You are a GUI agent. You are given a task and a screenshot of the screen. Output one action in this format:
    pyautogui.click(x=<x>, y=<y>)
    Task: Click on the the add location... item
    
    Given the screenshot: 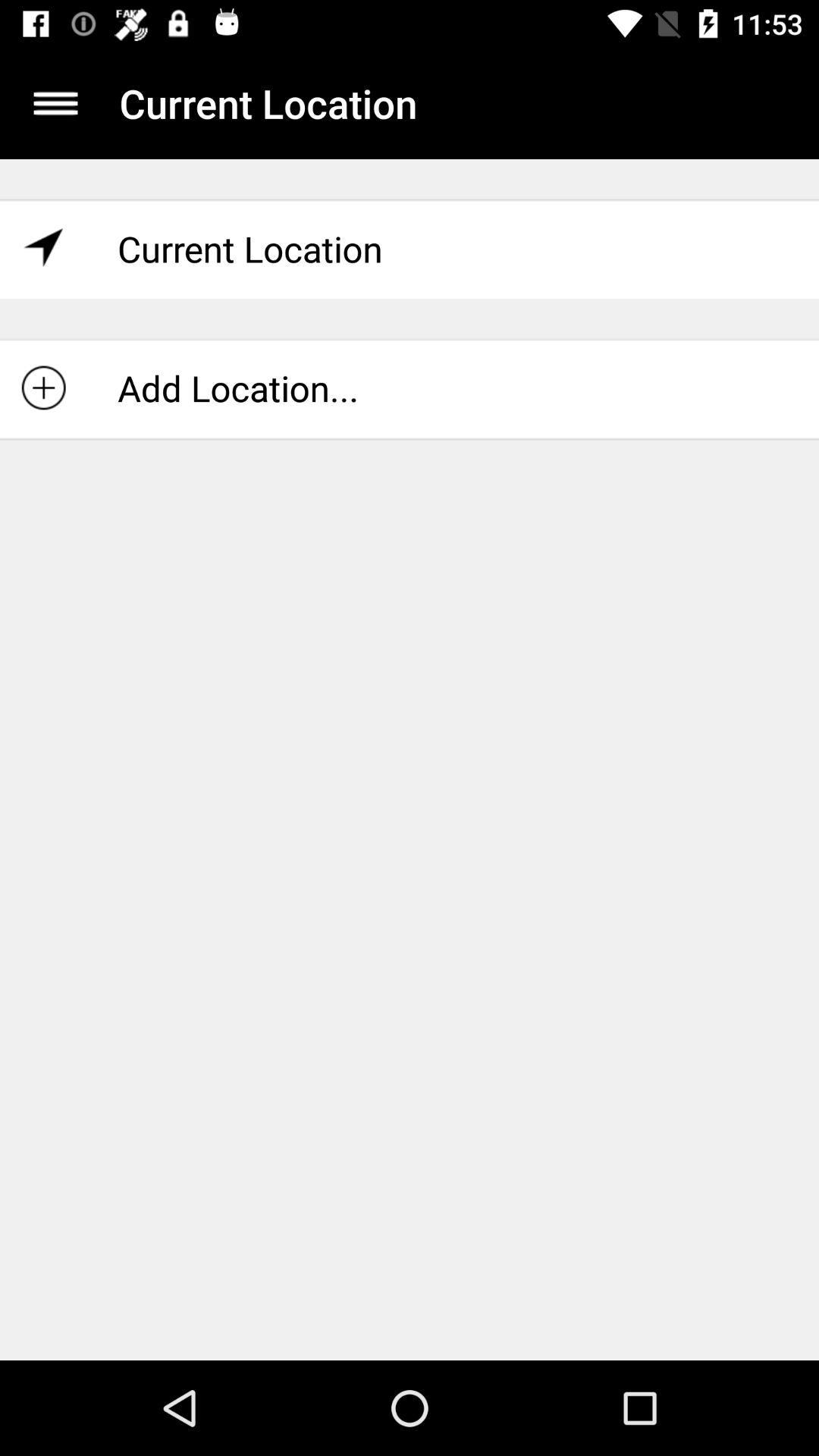 What is the action you would take?
    pyautogui.click(x=409, y=388)
    